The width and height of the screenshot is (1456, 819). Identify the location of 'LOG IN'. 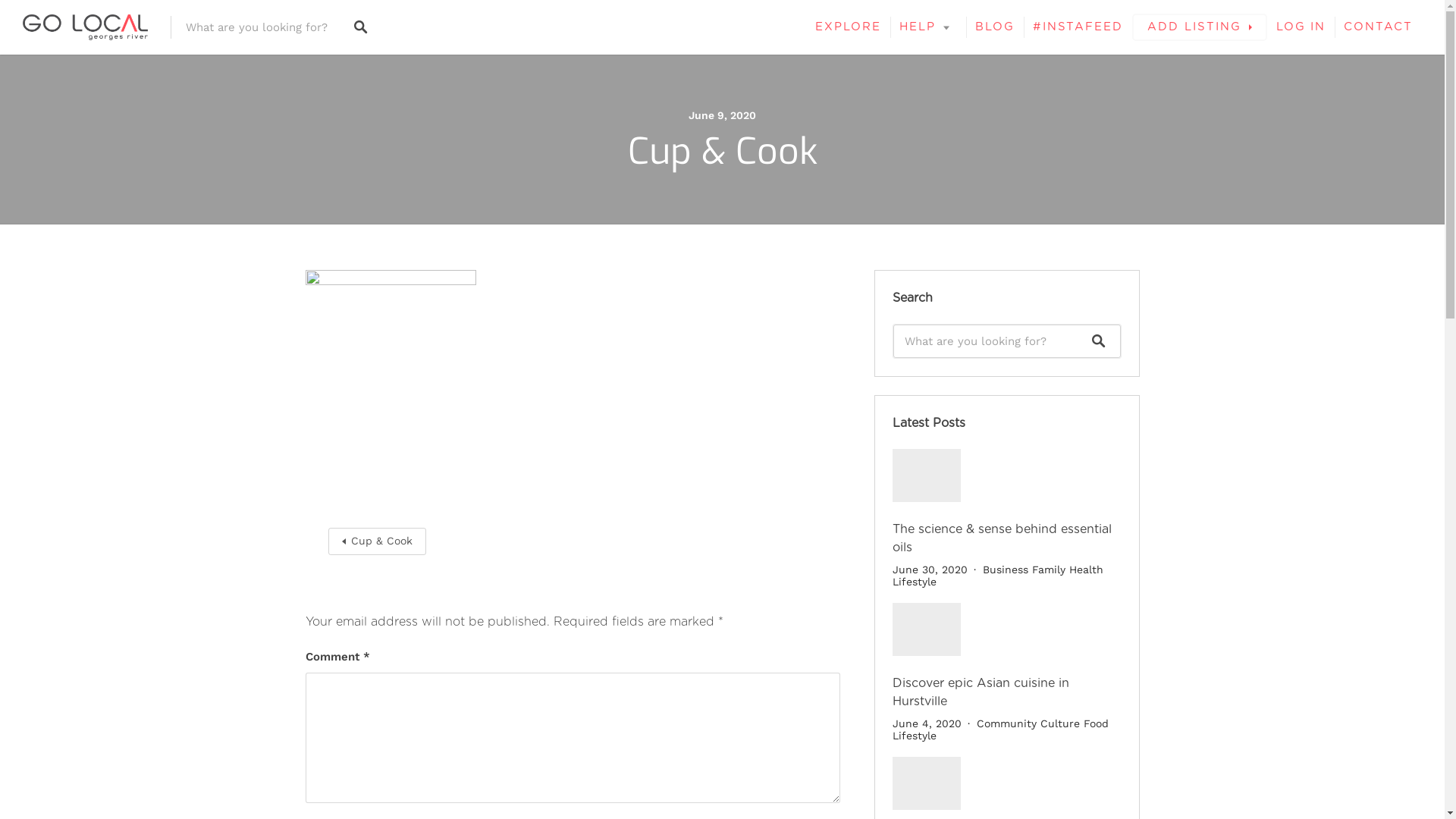
(1301, 27).